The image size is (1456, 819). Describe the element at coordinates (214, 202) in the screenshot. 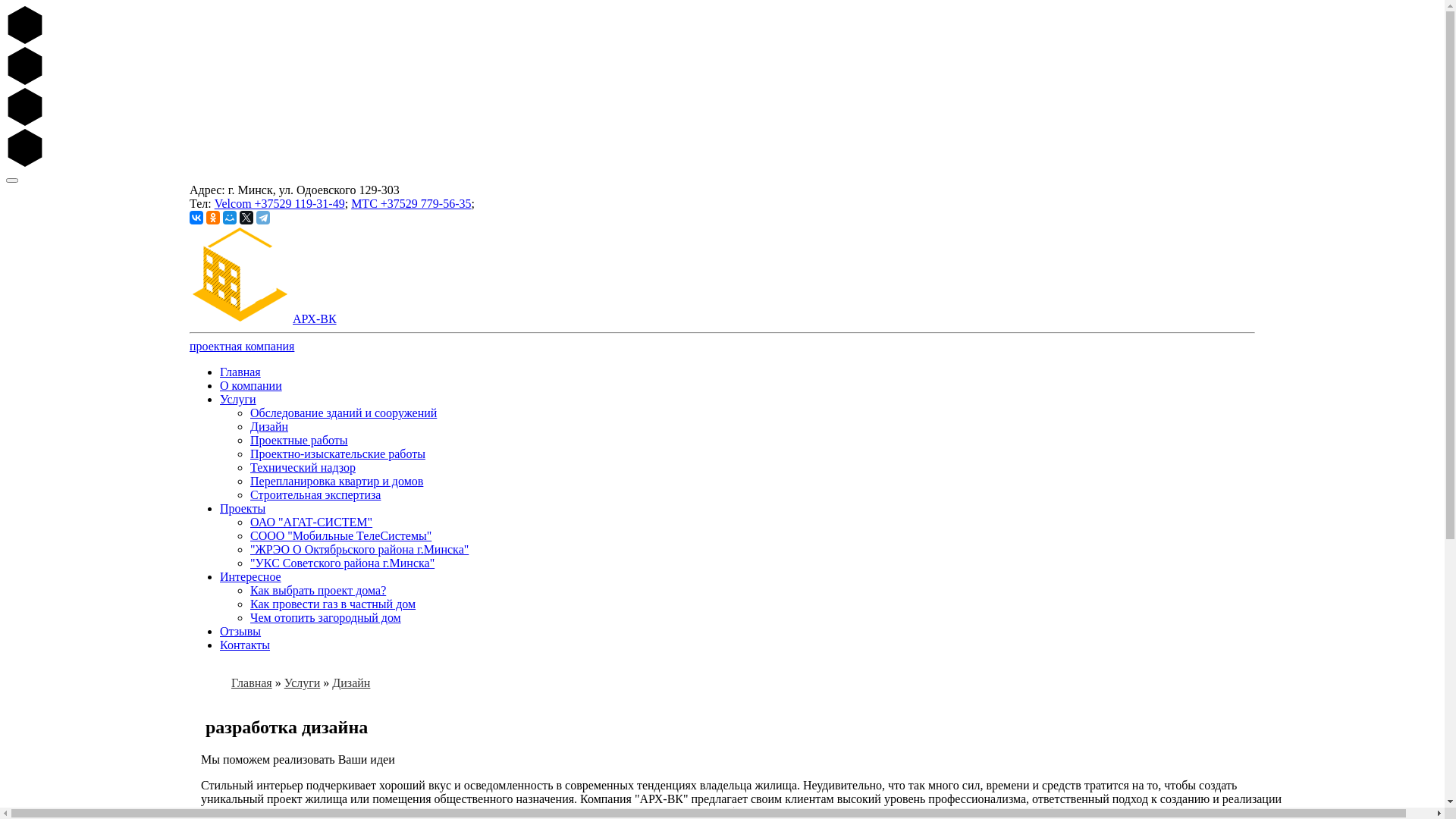

I see `'Velcom +37529 119-31-49'` at that location.